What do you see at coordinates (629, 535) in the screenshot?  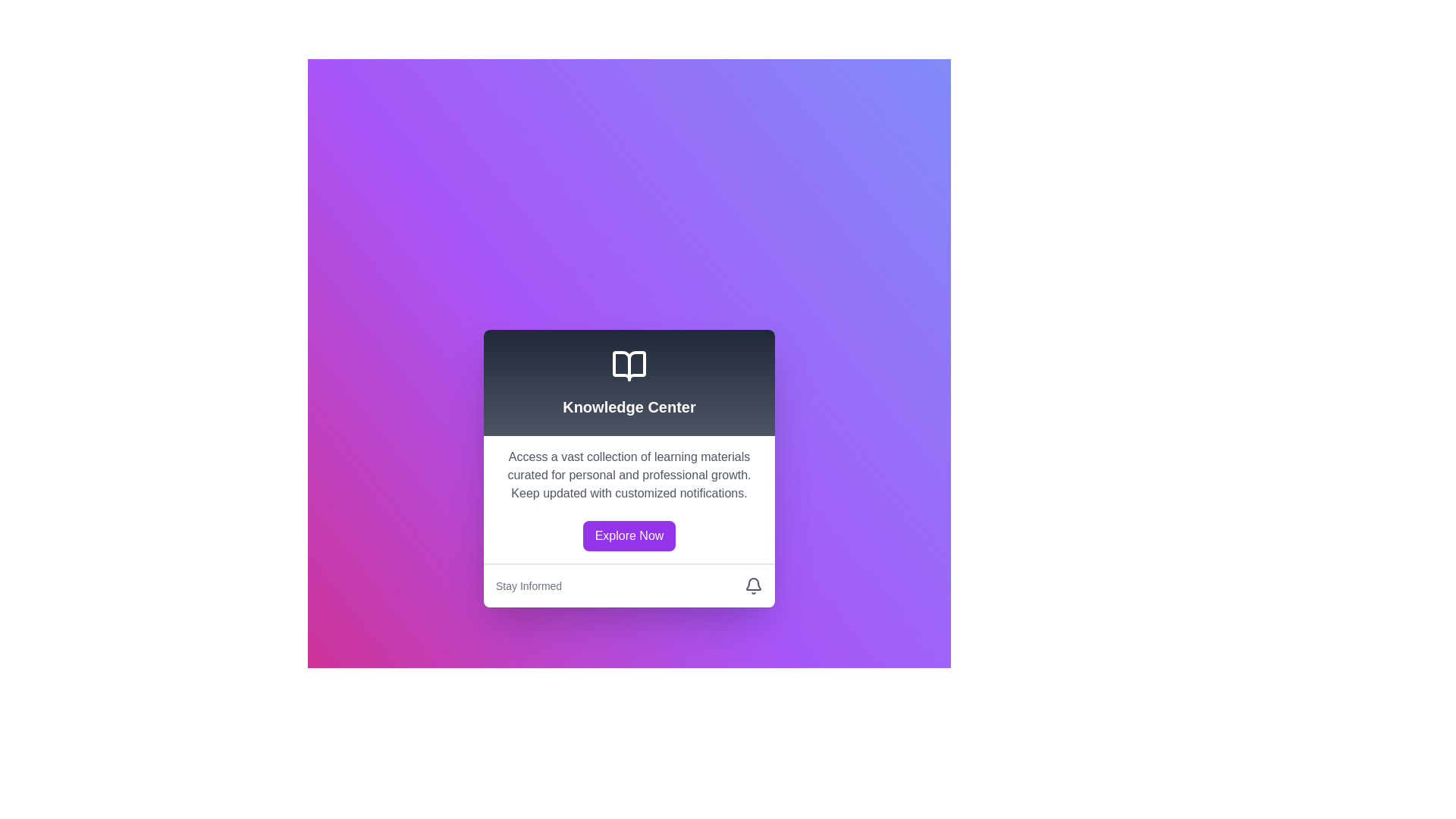 I see `the vibrant purple button labeled 'Explore Now'` at bounding box center [629, 535].